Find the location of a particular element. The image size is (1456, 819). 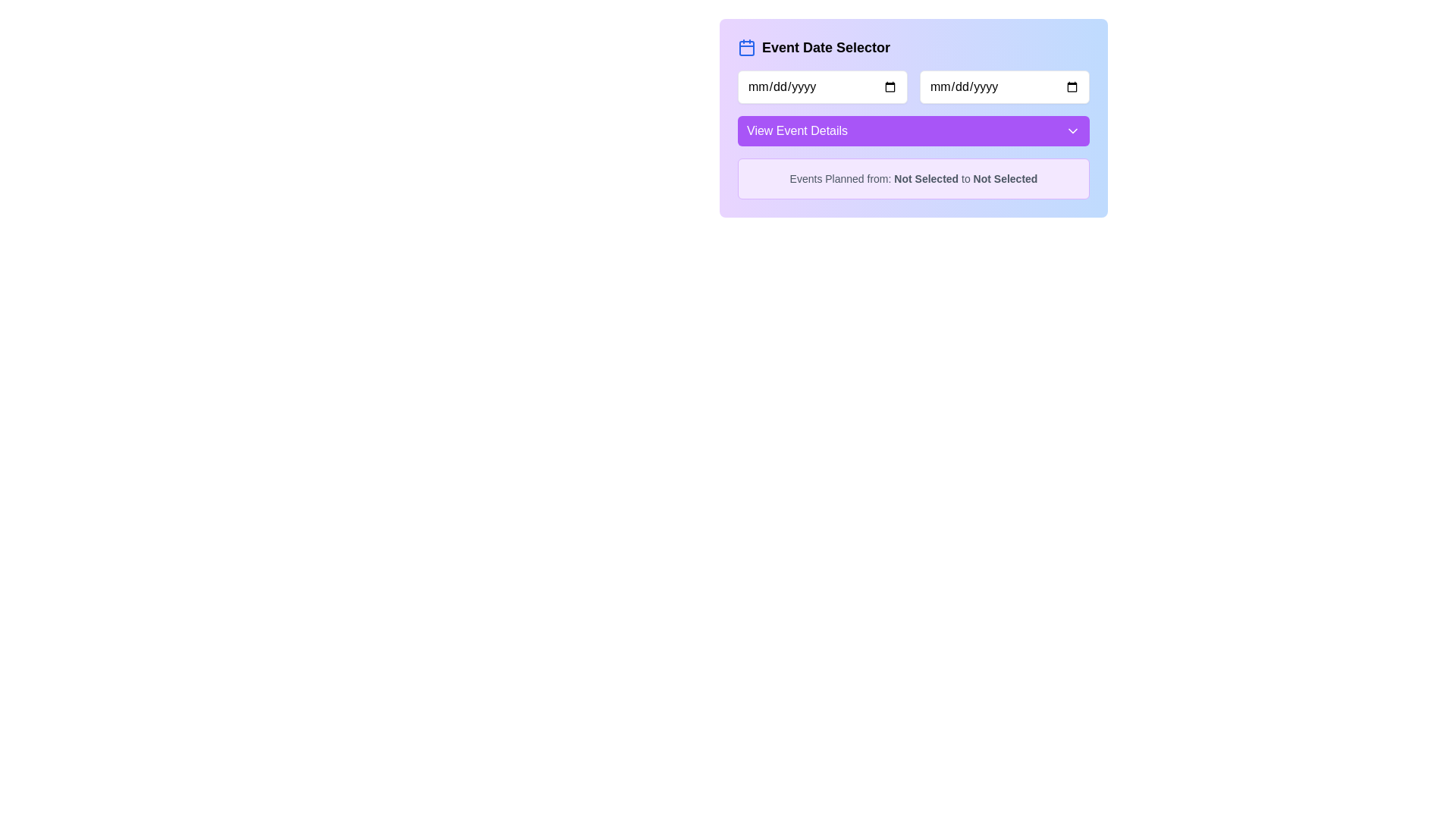

the icon located at the far right of the 'View Event Details' button is located at coordinates (1072, 130).